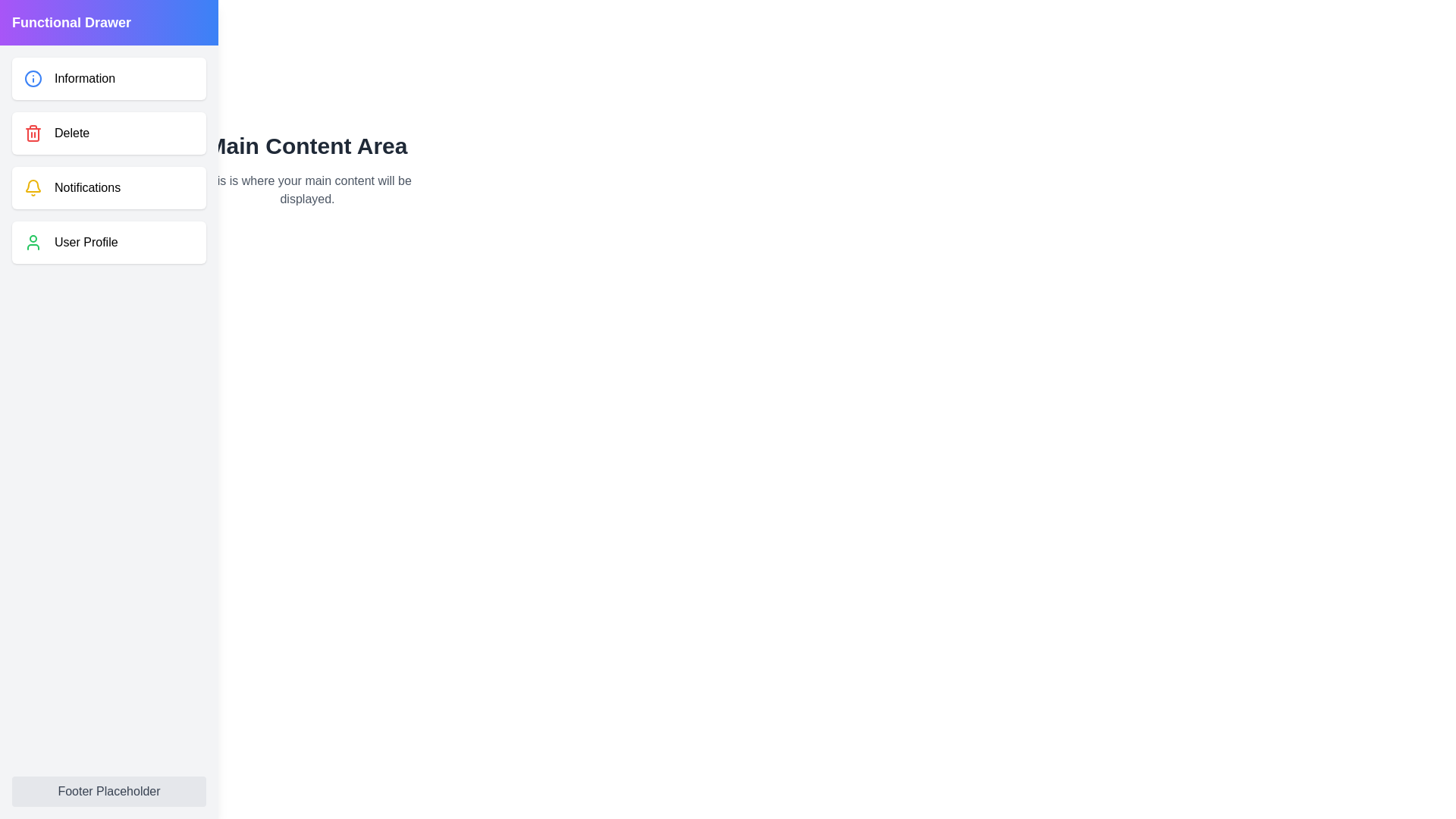  Describe the element at coordinates (33, 133) in the screenshot. I see `the trash icon located within the 'Delete' button on the left sidebar, which is the second option from the top` at that location.